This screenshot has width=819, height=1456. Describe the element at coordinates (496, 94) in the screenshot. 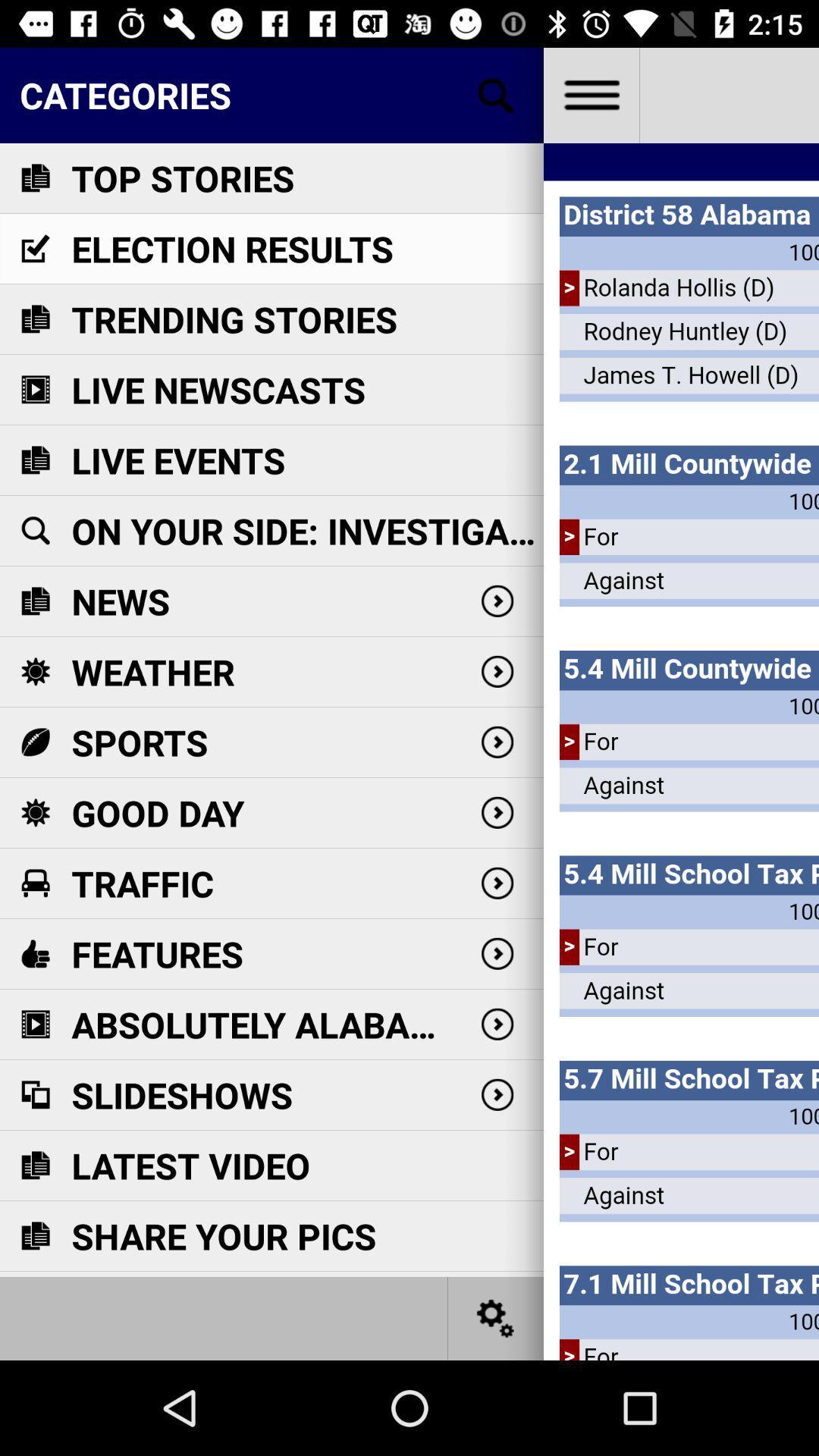

I see `show list of categories` at that location.